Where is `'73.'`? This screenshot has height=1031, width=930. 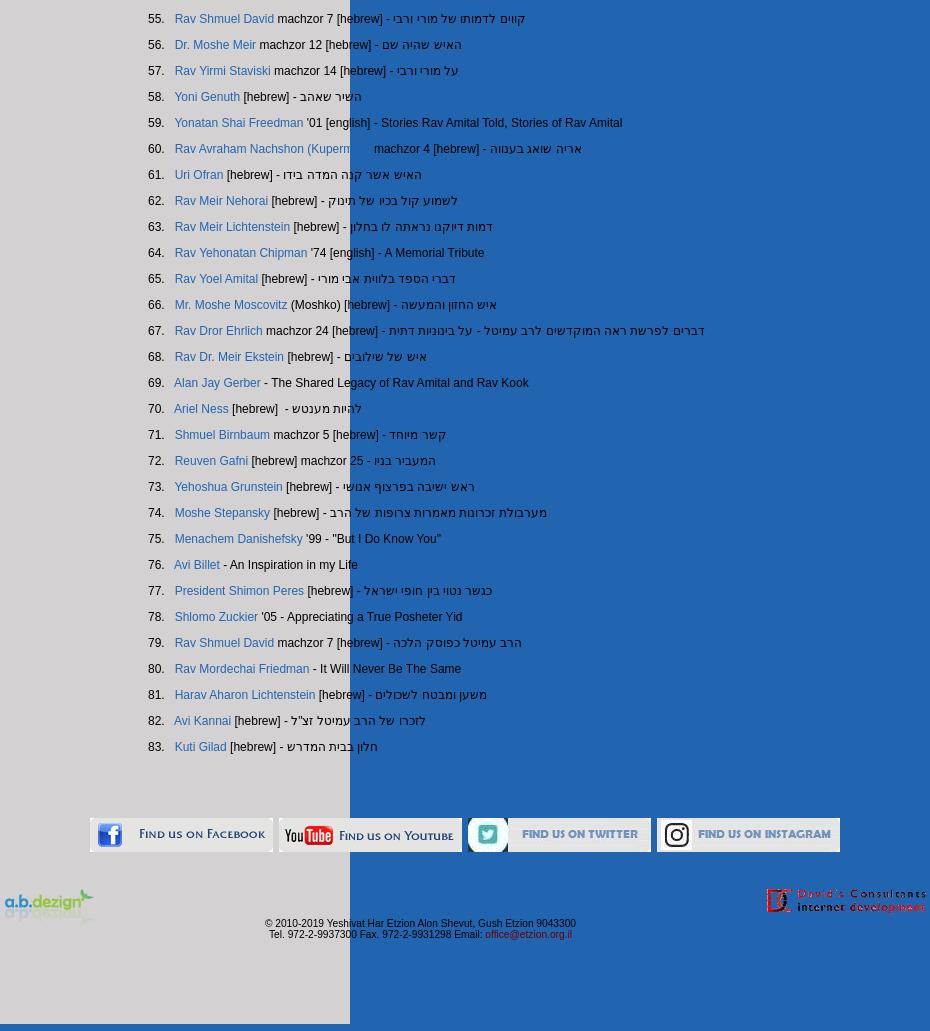 '73.' is located at coordinates (147, 487).